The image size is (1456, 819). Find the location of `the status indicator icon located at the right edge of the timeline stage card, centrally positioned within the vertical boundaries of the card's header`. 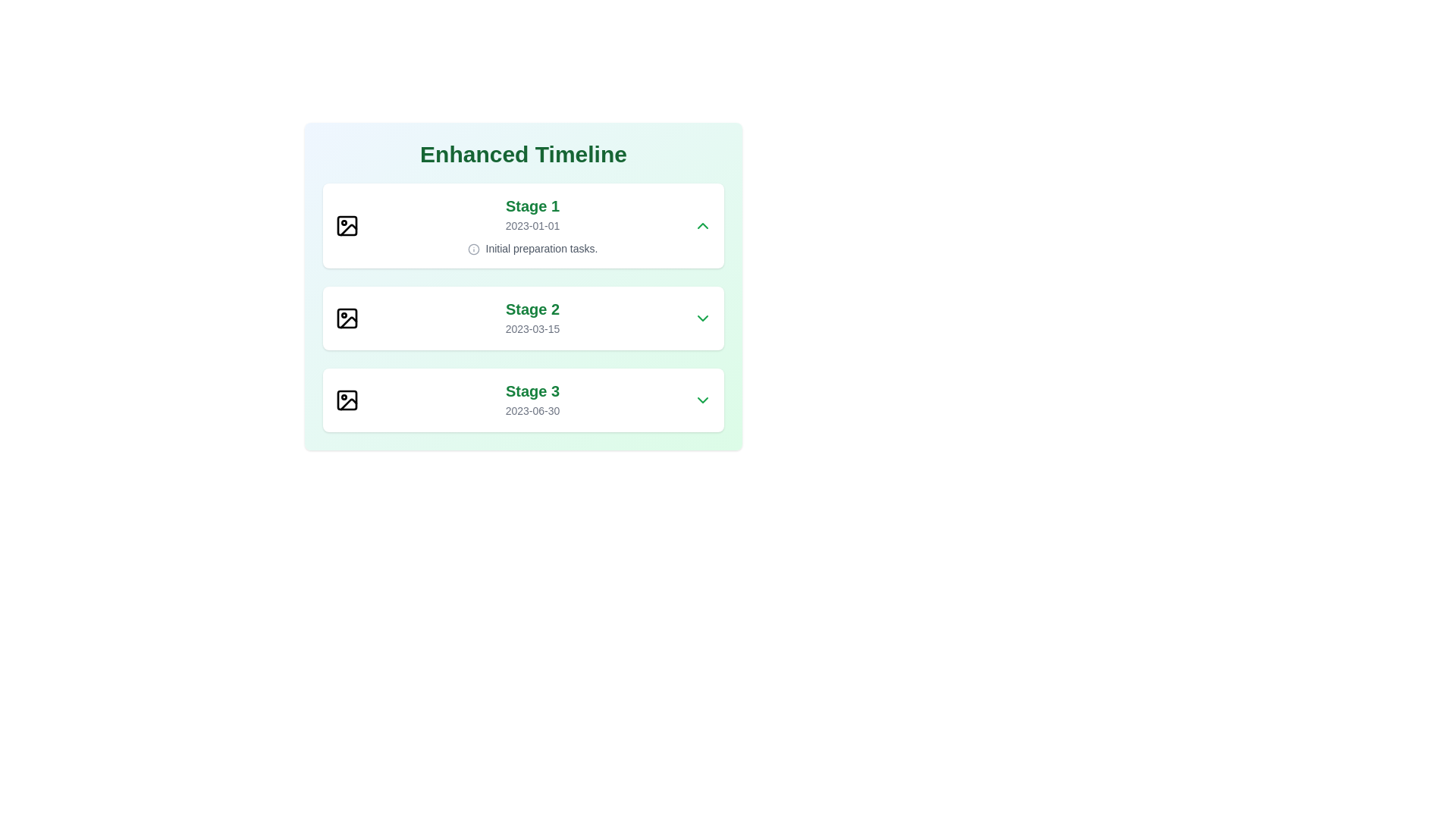

the status indicator icon located at the right edge of the timeline stage card, centrally positioned within the vertical boundaries of the card's header is located at coordinates (472, 249).